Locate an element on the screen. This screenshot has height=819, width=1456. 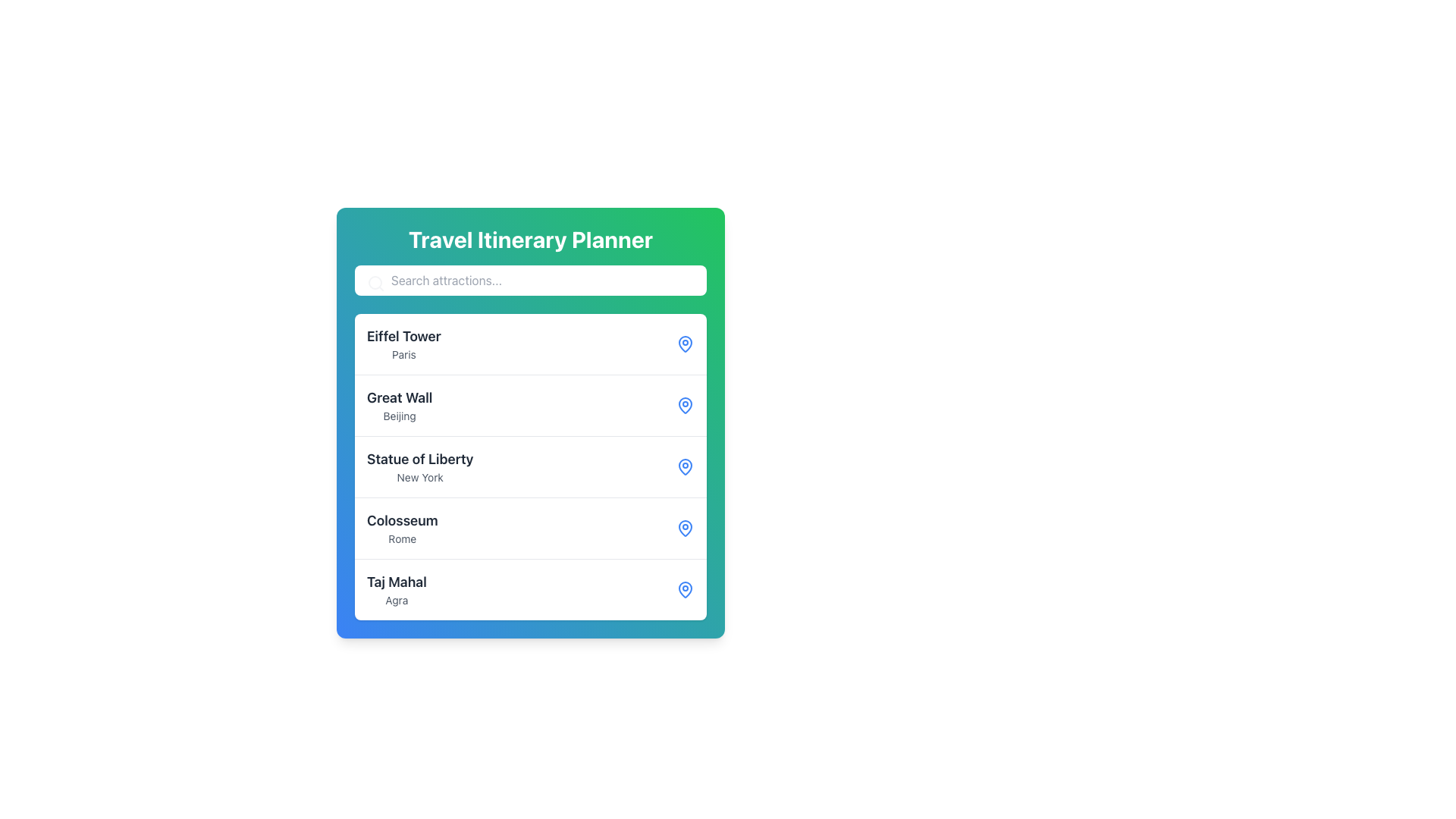
the text label that serves as the title for the attraction entry, labeled 'Great Wall', located in the second row of the list of destinations is located at coordinates (400, 397).